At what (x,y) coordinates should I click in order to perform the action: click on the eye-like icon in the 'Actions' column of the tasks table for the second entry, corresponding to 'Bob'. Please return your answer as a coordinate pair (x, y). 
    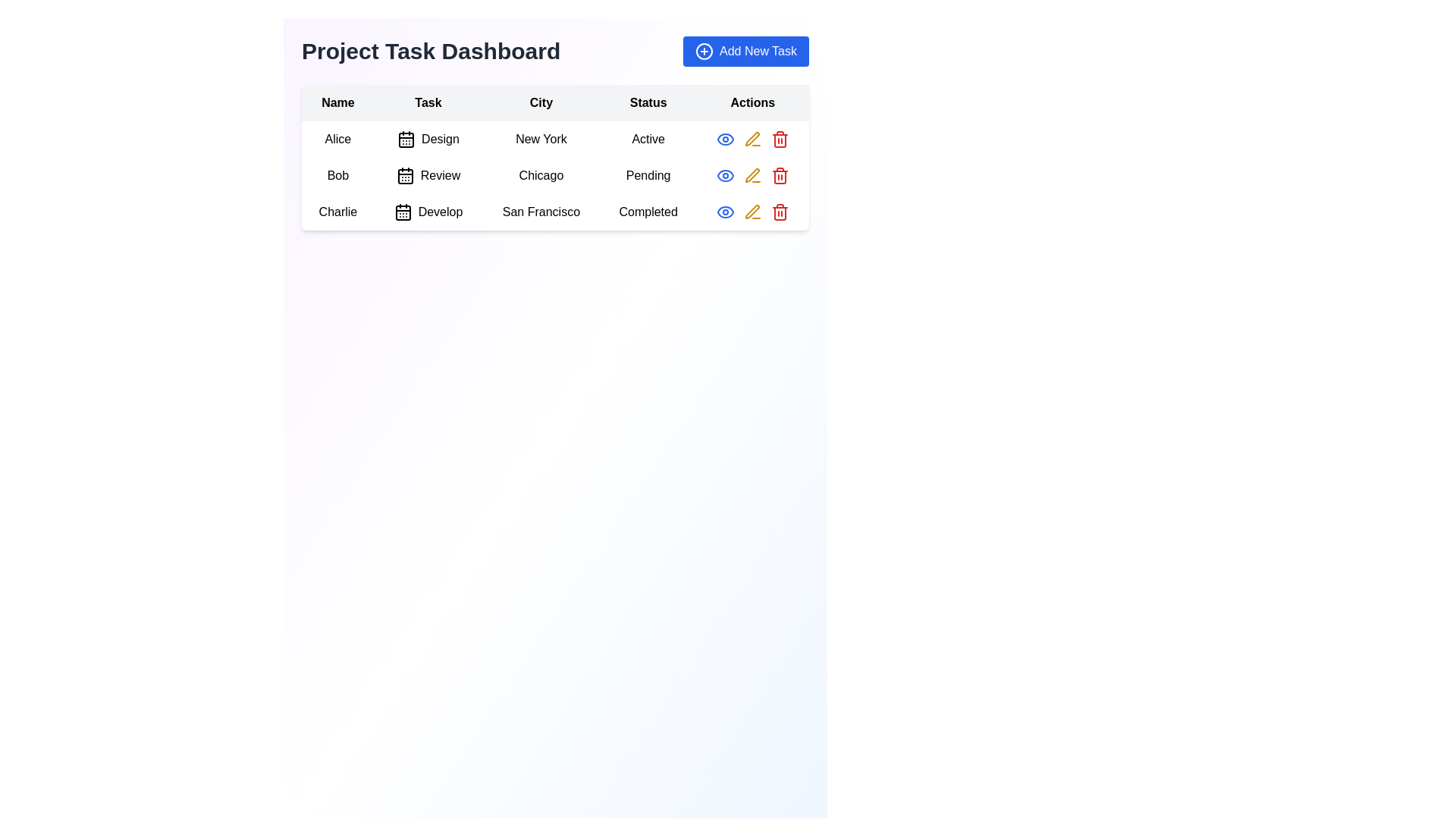
    Looking at the image, I should click on (724, 140).